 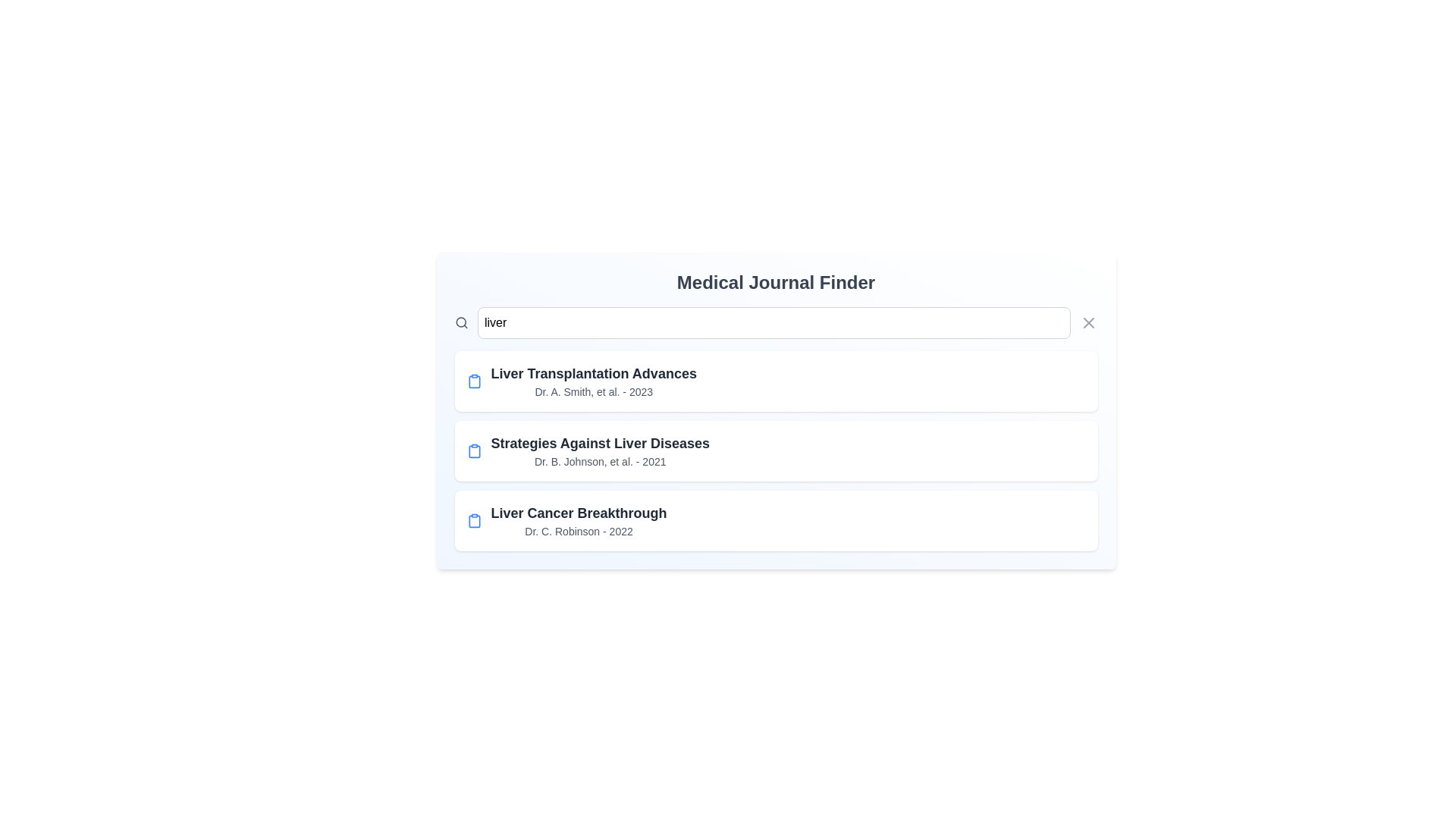 What do you see at coordinates (593, 380) in the screenshot?
I see `the text display element titled 'Liver Transplantation Advances', which includes the authorship 'Dr. A. Smith, et al. - 2023'` at bounding box center [593, 380].